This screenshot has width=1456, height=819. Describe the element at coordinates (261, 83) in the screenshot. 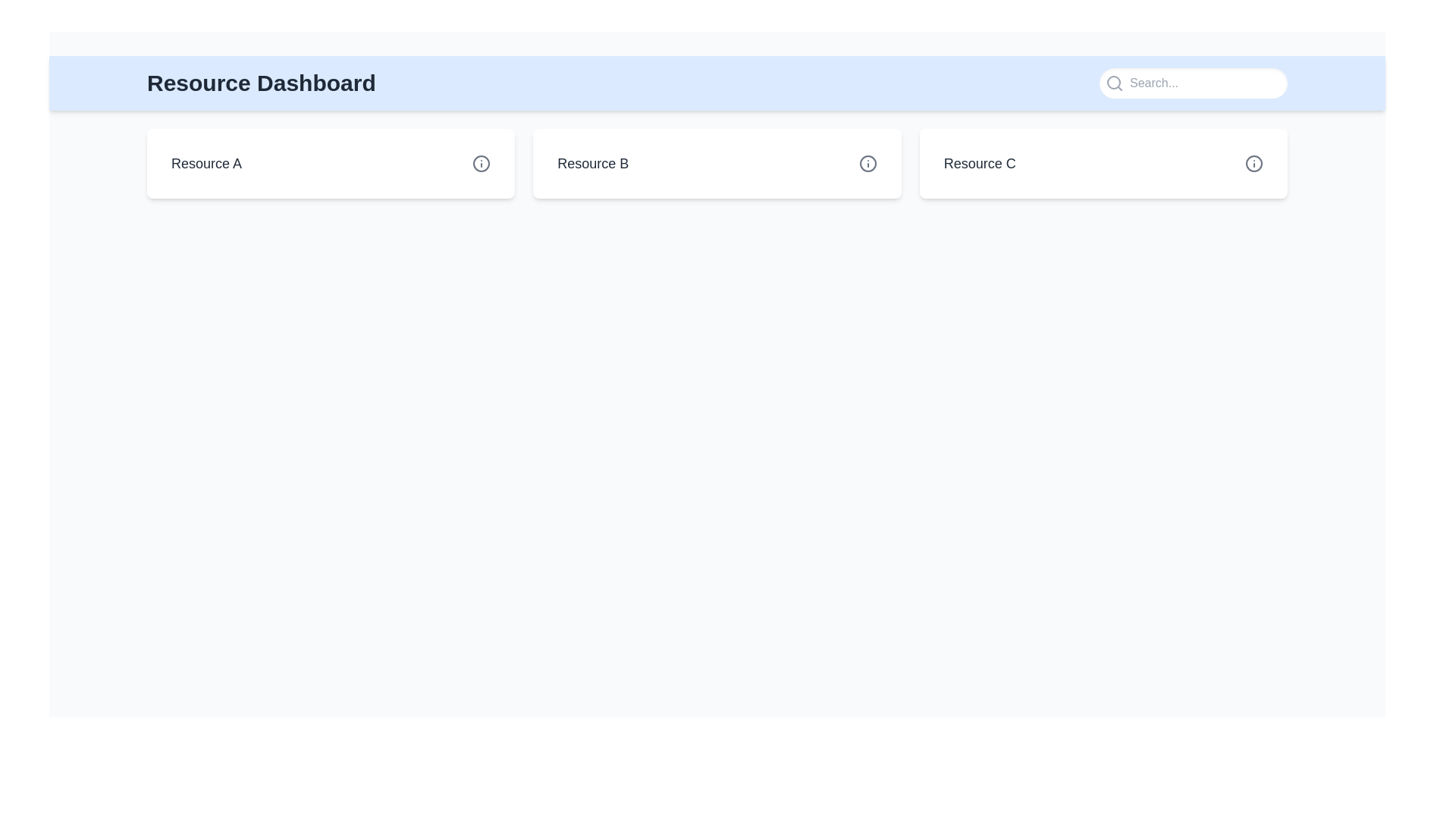

I see `the title text at the top-left corner of the dashboard interface, which indicates the main theme or purpose of the page` at that location.